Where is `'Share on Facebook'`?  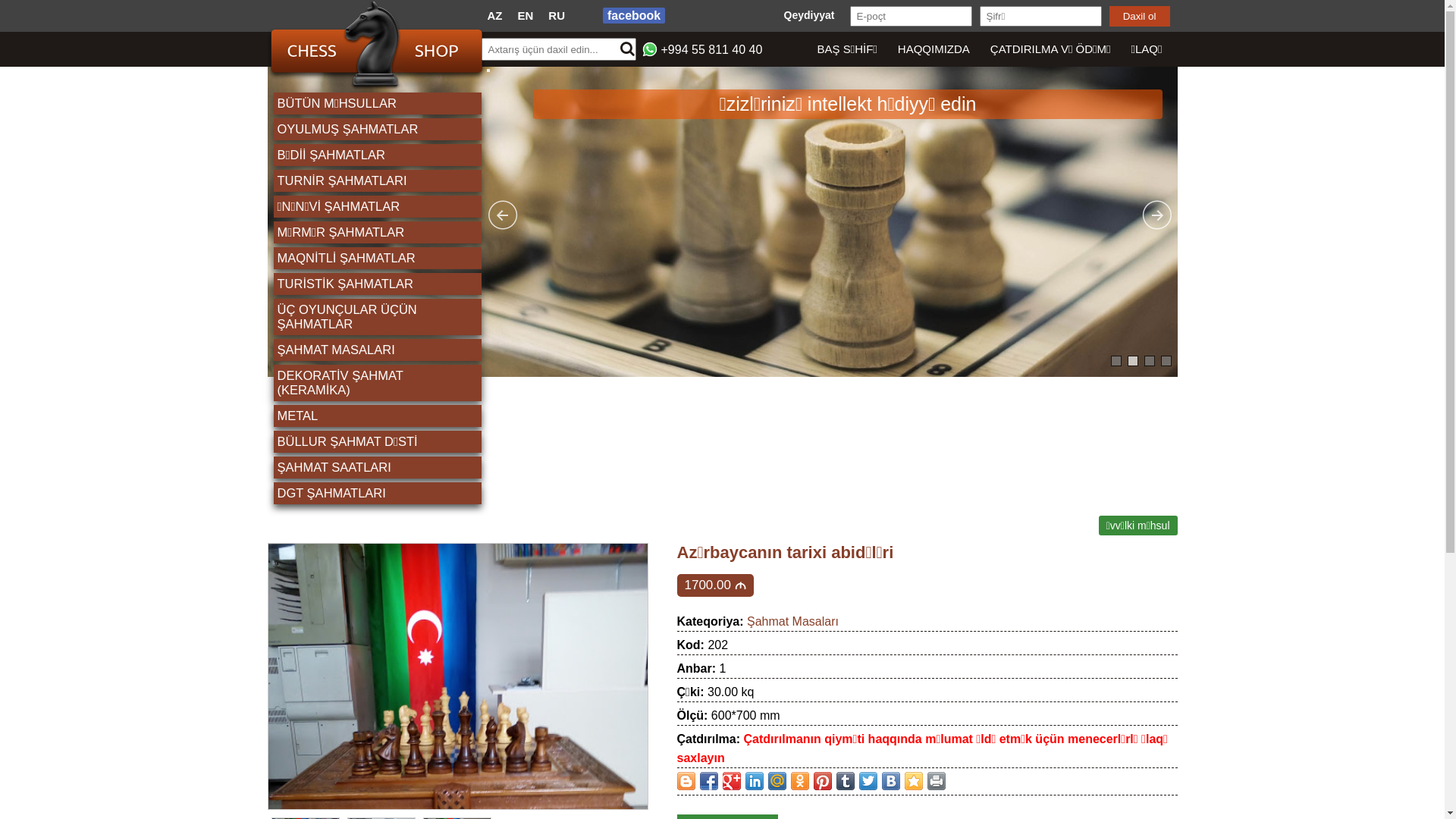
'Share on Facebook' is located at coordinates (708, 780).